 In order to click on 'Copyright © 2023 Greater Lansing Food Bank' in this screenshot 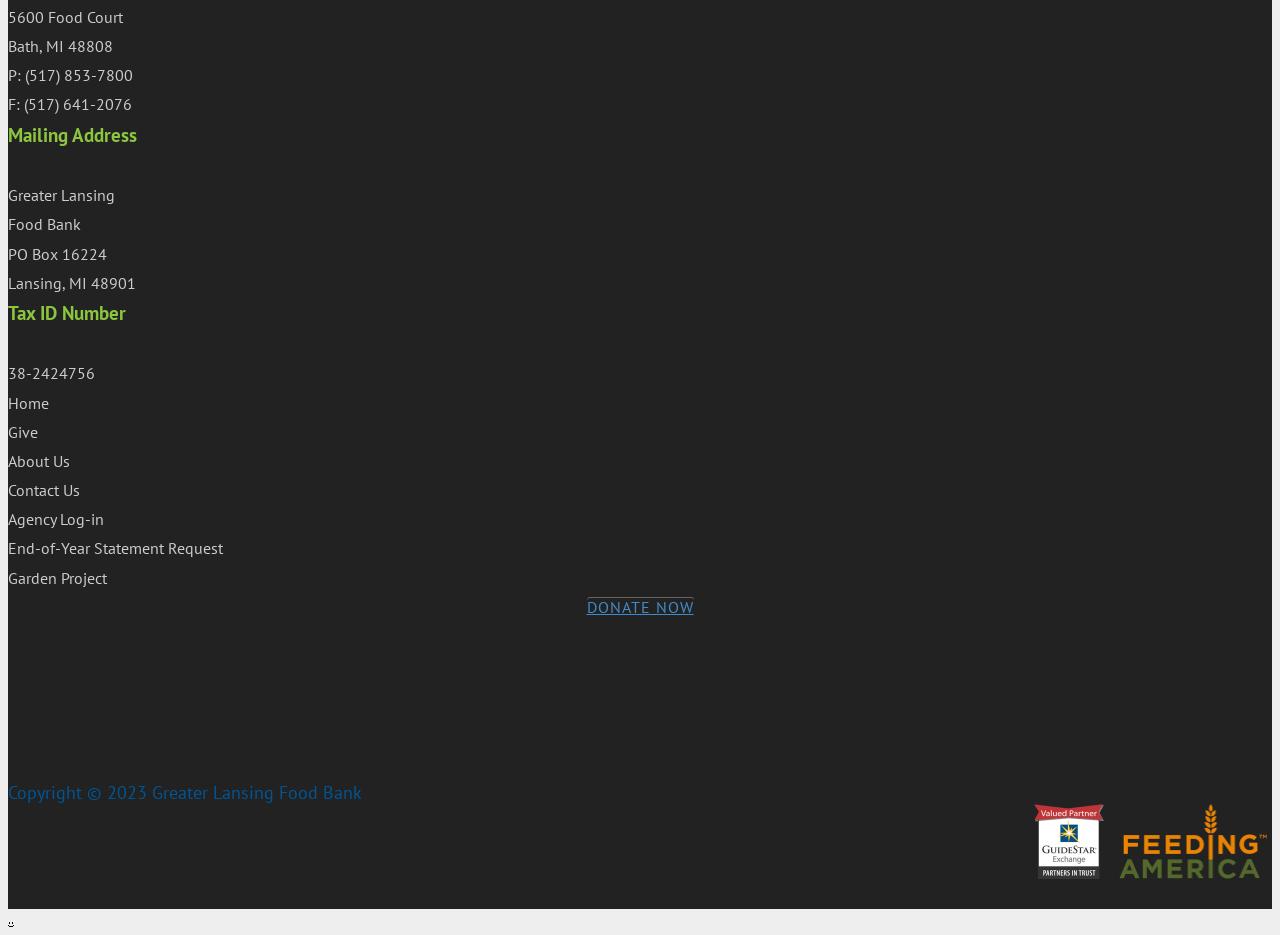, I will do `click(8, 791)`.